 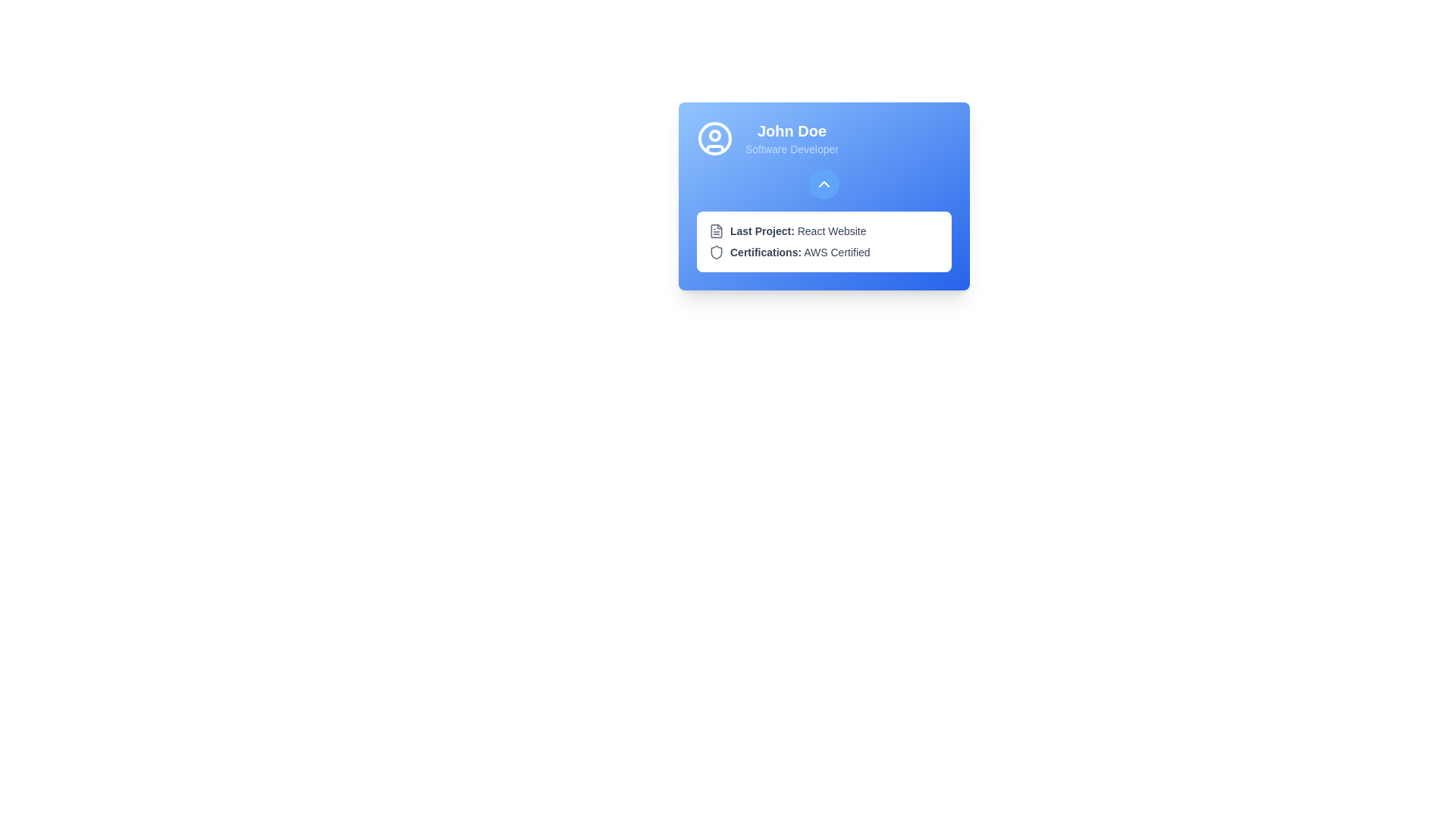 I want to click on the static text label displaying 'Certifications: AWS Certified', which indicates the user's achievements and is located under the 'Last Project' section, so click(x=799, y=251).